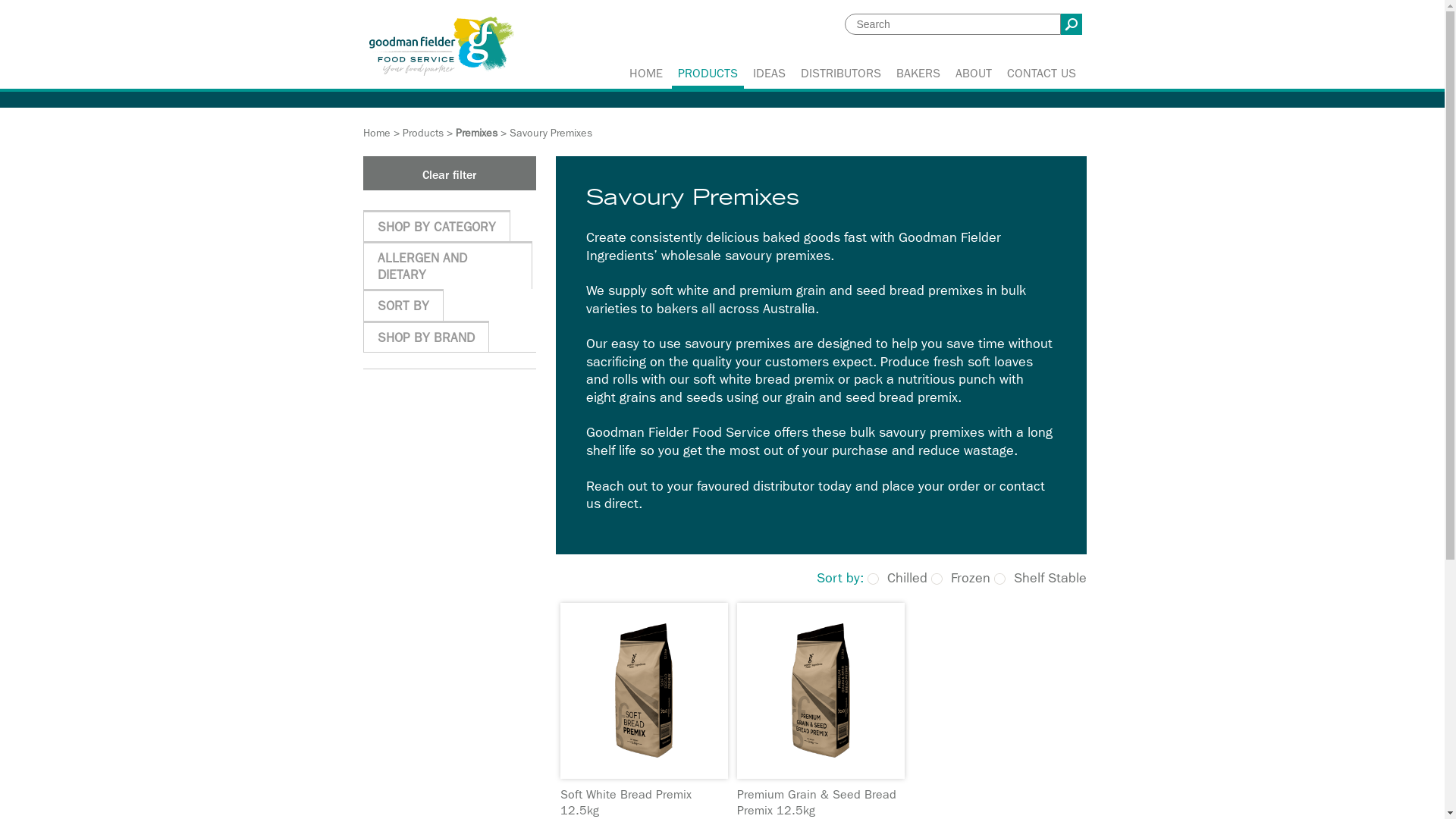 Image resolution: width=1456 pixels, height=819 pixels. Describe the element at coordinates (707, 74) in the screenshot. I see `'PRODUCTS'` at that location.